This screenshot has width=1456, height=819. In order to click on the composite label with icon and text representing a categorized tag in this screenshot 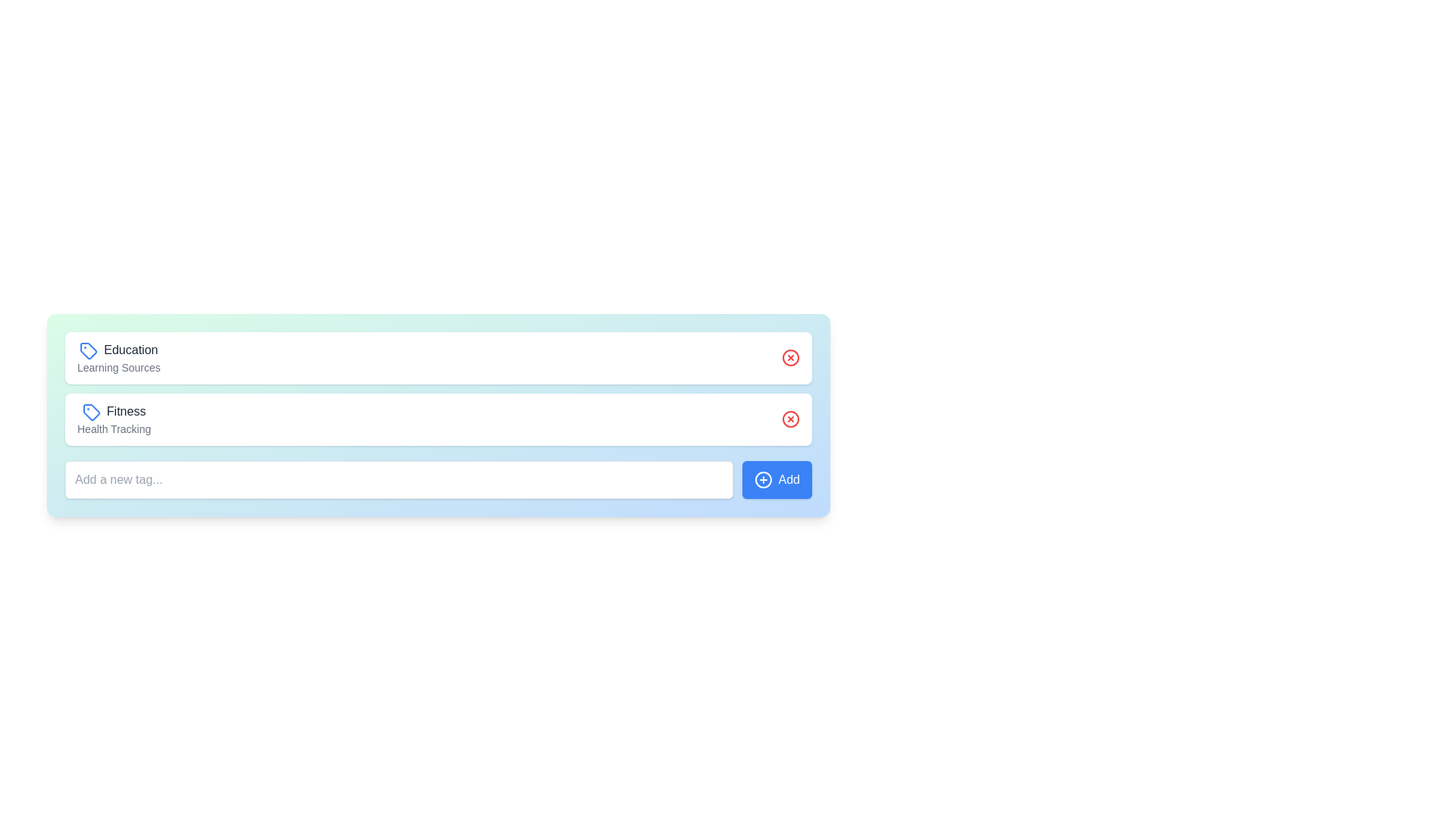, I will do `click(118, 358)`.